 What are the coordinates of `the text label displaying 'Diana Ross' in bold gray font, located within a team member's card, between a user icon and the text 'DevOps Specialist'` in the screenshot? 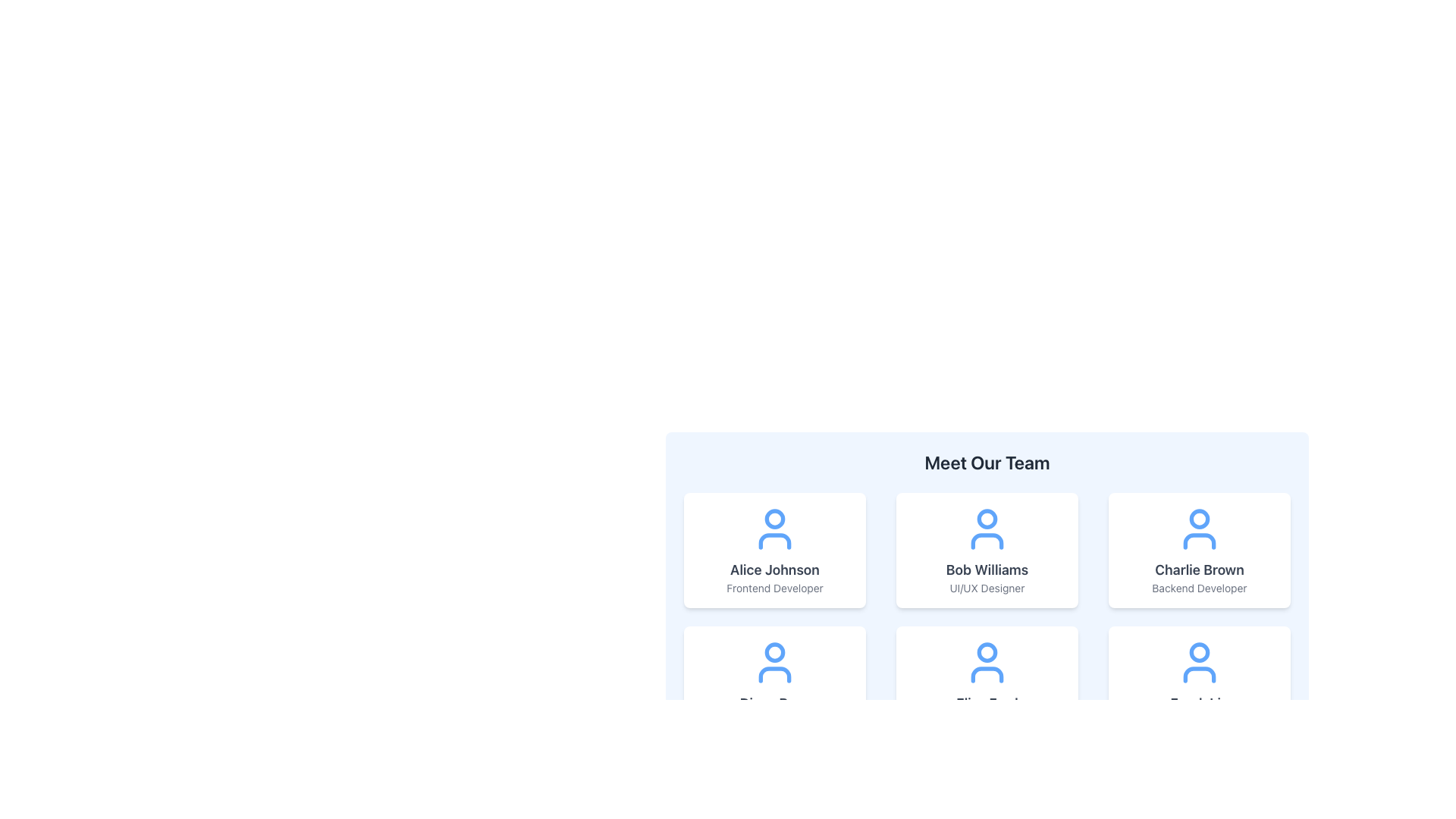 It's located at (775, 704).